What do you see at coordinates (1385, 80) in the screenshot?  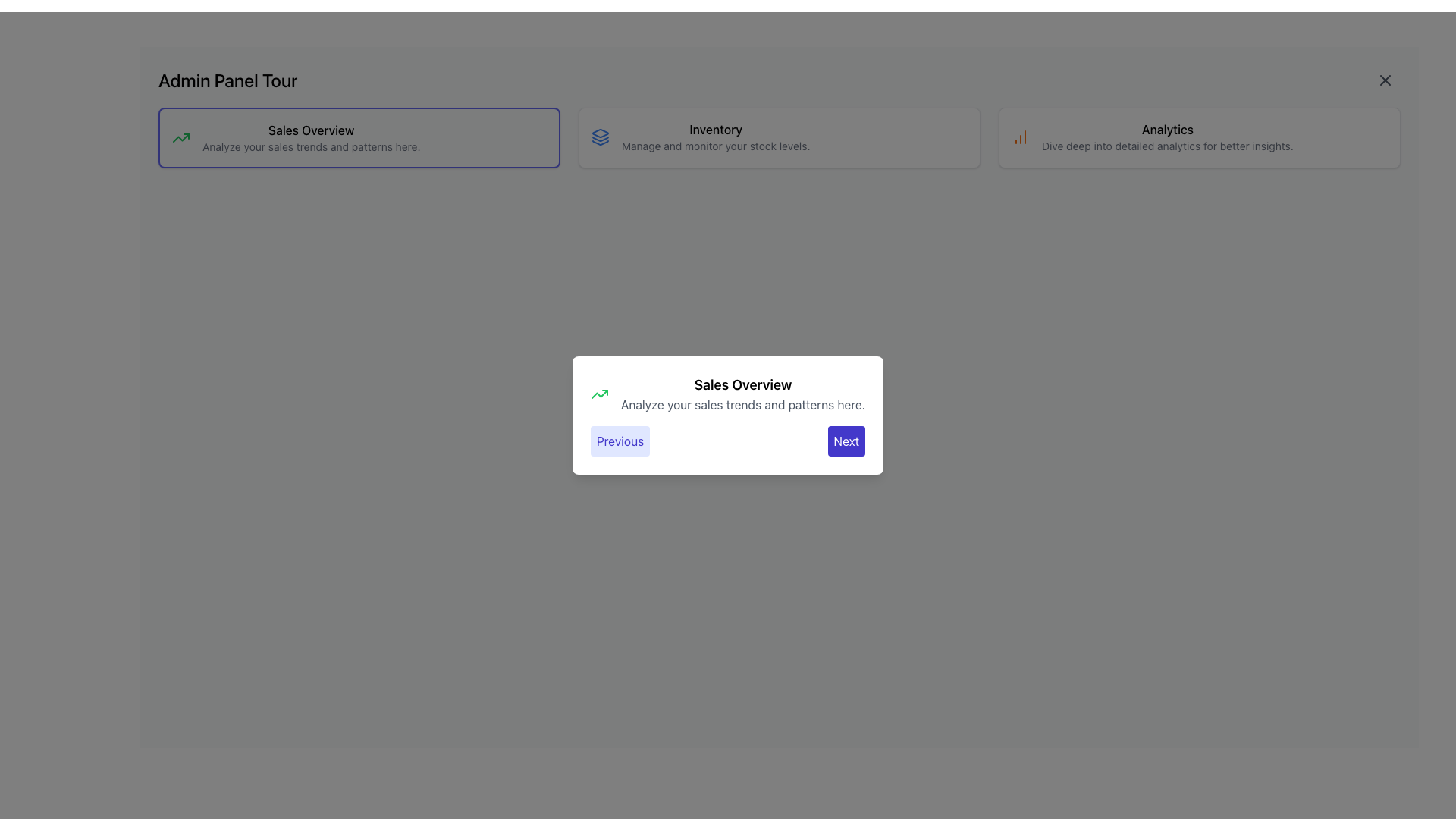 I see `the small dark gray 'X' icon within the light gray circular button located at the top-right corner of the 'Admin Panel Tour' dialog box` at bounding box center [1385, 80].